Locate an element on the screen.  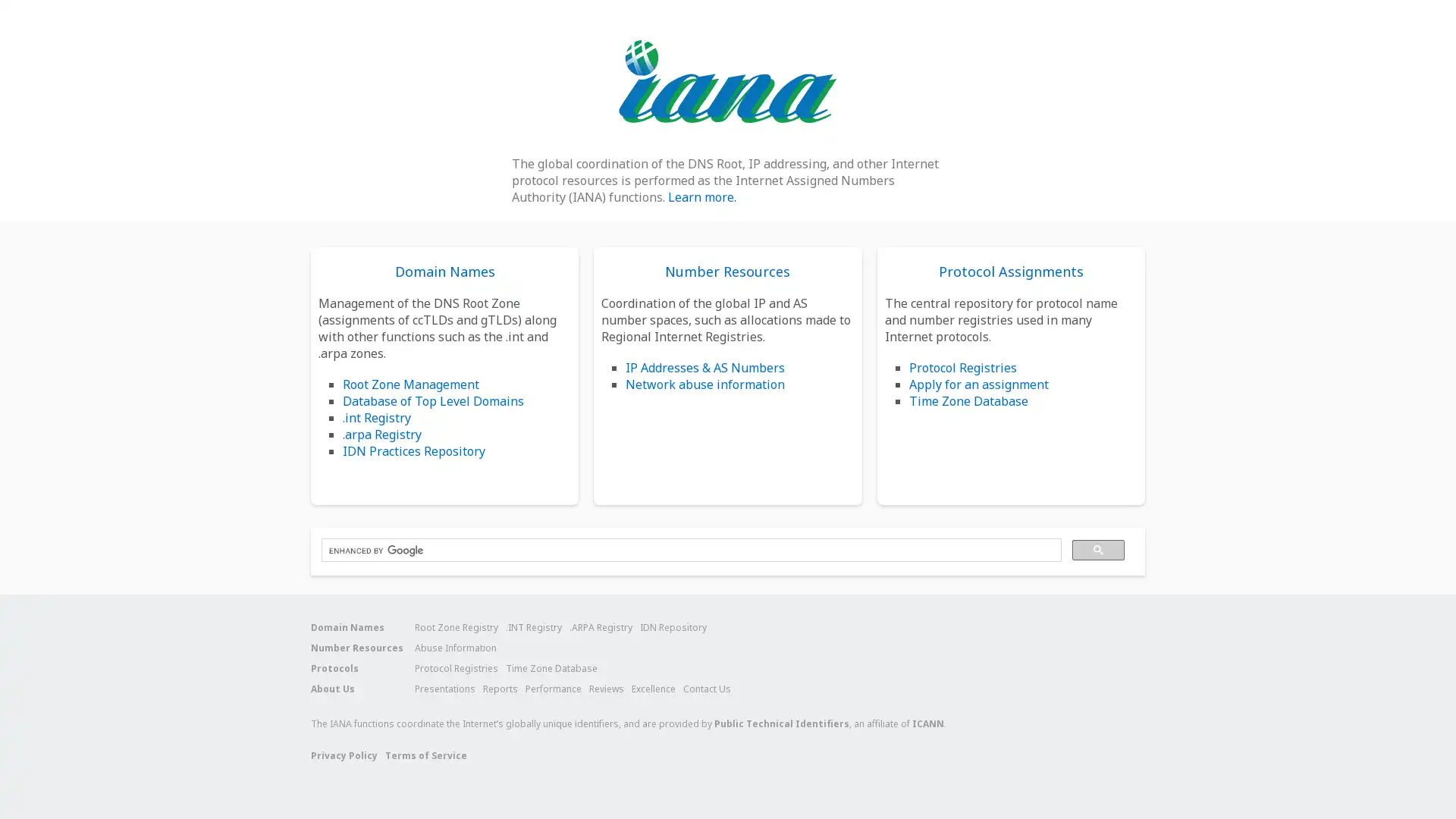
search is located at coordinates (1098, 550).